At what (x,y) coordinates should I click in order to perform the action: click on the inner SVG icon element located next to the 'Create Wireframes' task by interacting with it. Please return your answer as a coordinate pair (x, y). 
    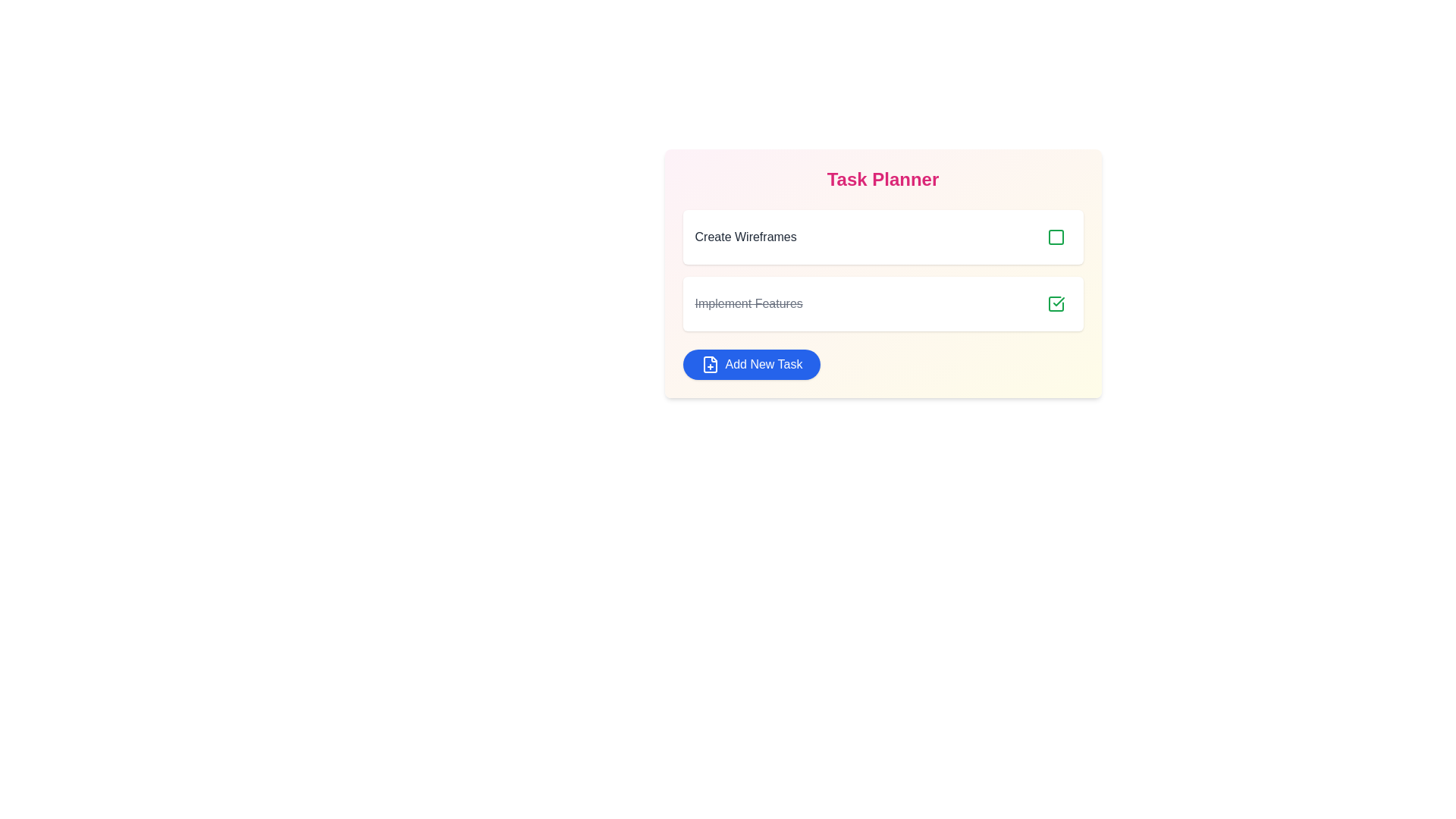
    Looking at the image, I should click on (1055, 237).